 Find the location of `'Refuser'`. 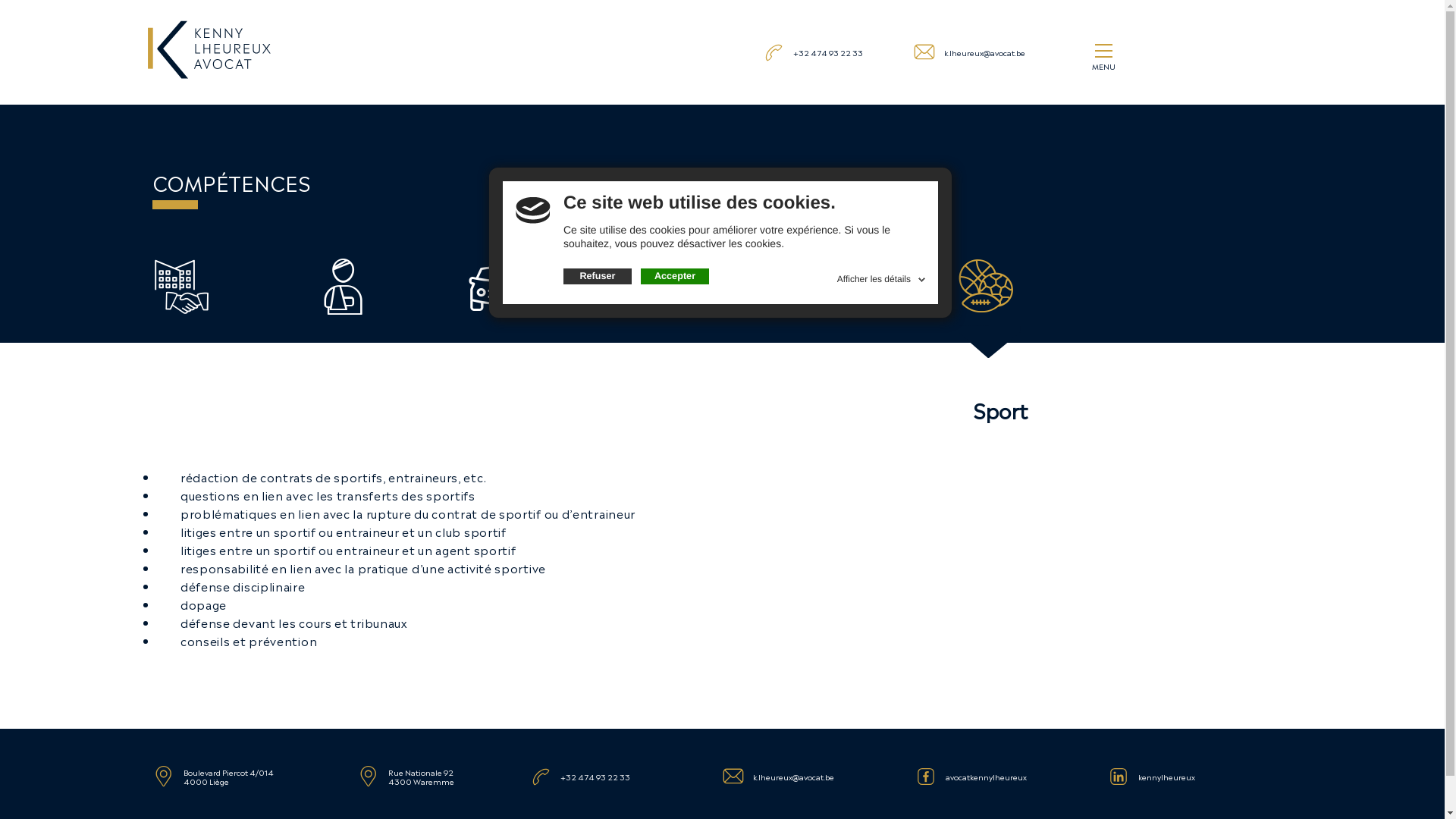

'Refuser' is located at coordinates (596, 277).